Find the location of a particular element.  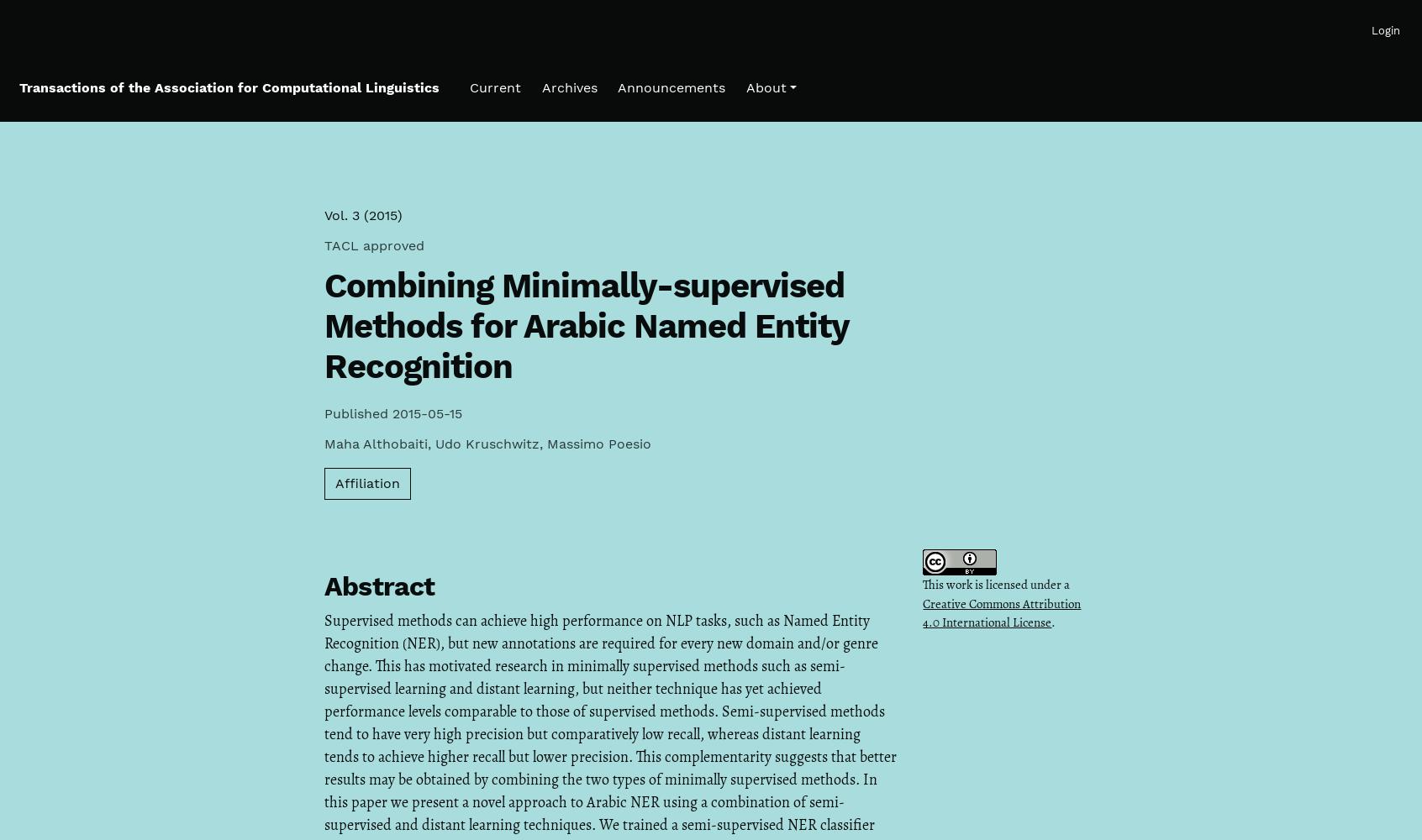

'Creative Commons Attribution 4.0 International License' is located at coordinates (1001, 612).